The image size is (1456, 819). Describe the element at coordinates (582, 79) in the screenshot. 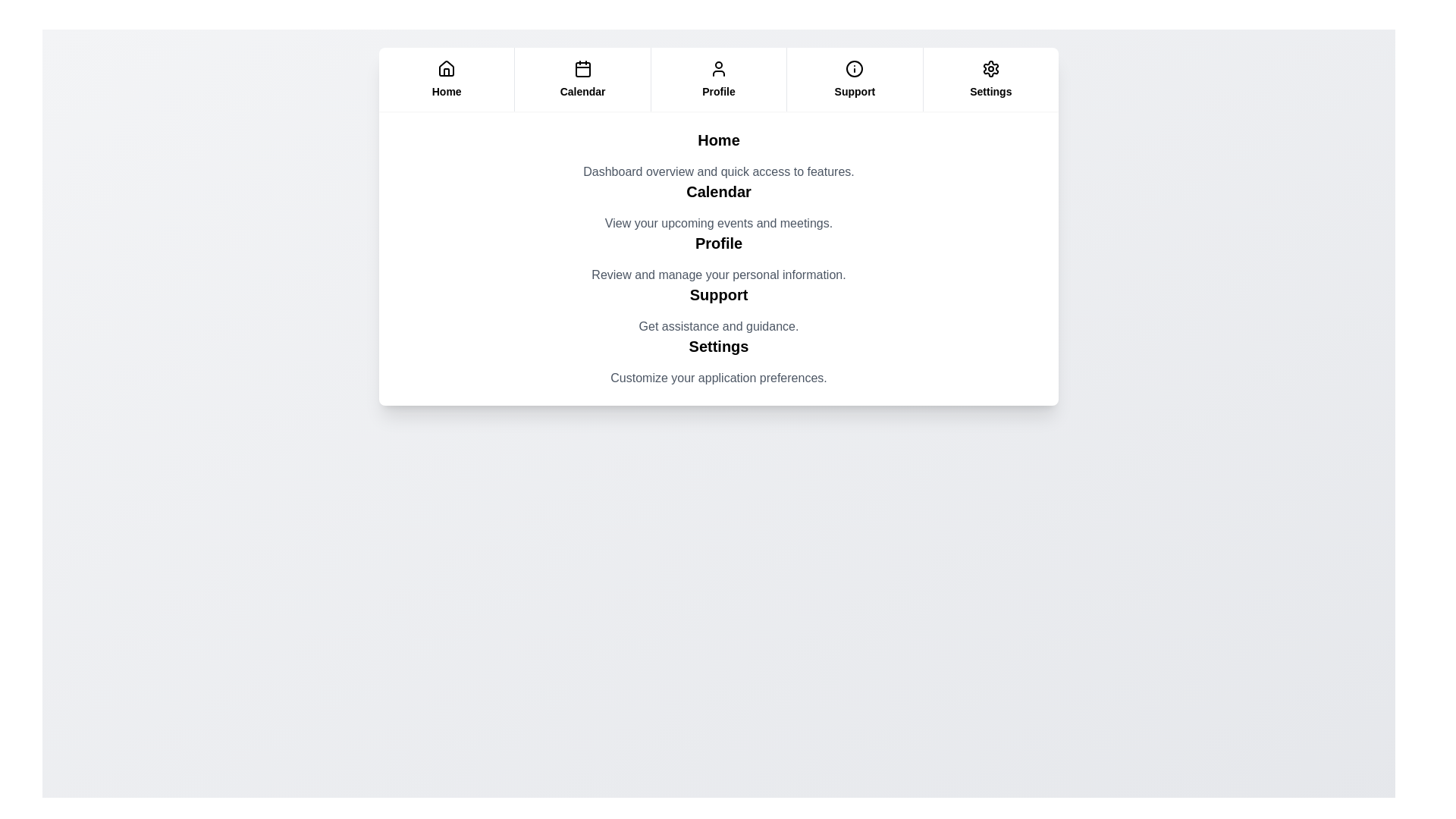

I see `the 'Calendar' Button, which features a calendar icon above the text 'Calendar' in the navigation menu` at that location.